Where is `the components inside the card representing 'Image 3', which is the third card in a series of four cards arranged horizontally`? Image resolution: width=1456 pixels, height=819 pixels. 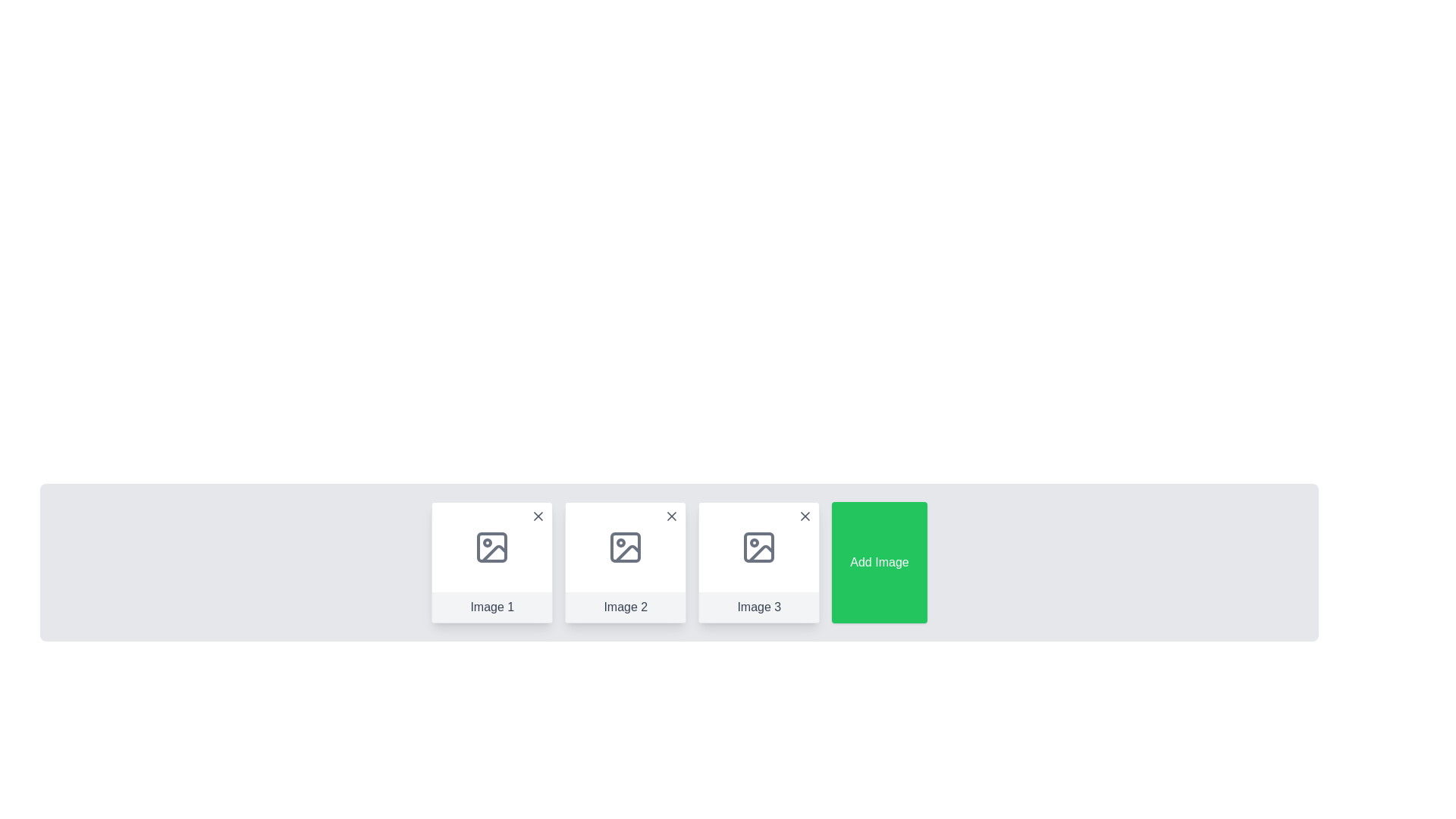 the components inside the card representing 'Image 3', which is the third card in a series of four cards arranged horizontally is located at coordinates (759, 562).